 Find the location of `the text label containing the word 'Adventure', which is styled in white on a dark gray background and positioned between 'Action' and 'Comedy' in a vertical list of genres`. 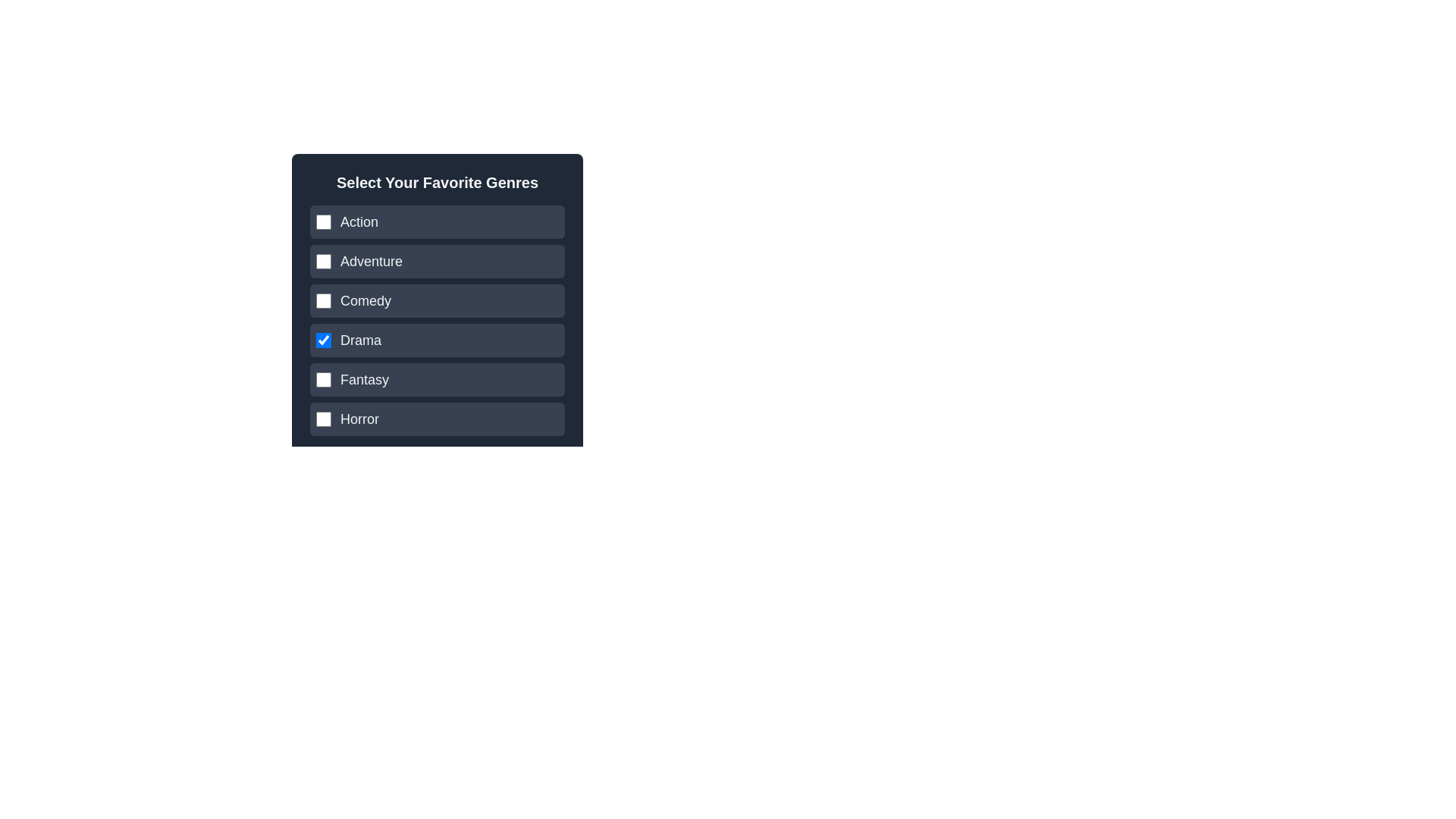

the text label containing the word 'Adventure', which is styled in white on a dark gray background and positioned between 'Action' and 'Comedy' in a vertical list of genres is located at coordinates (371, 260).